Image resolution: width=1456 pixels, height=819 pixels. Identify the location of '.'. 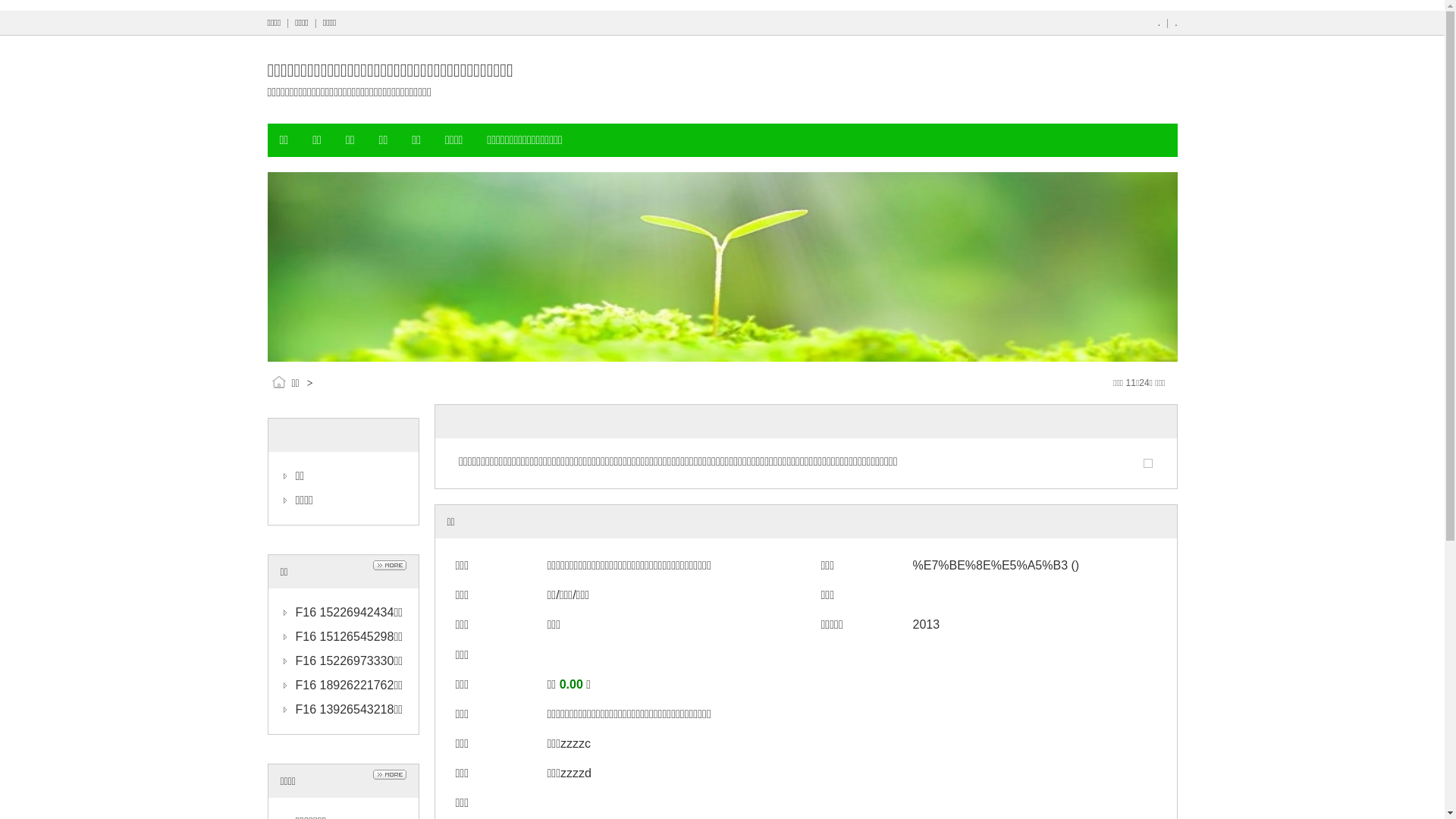
(1175, 23).